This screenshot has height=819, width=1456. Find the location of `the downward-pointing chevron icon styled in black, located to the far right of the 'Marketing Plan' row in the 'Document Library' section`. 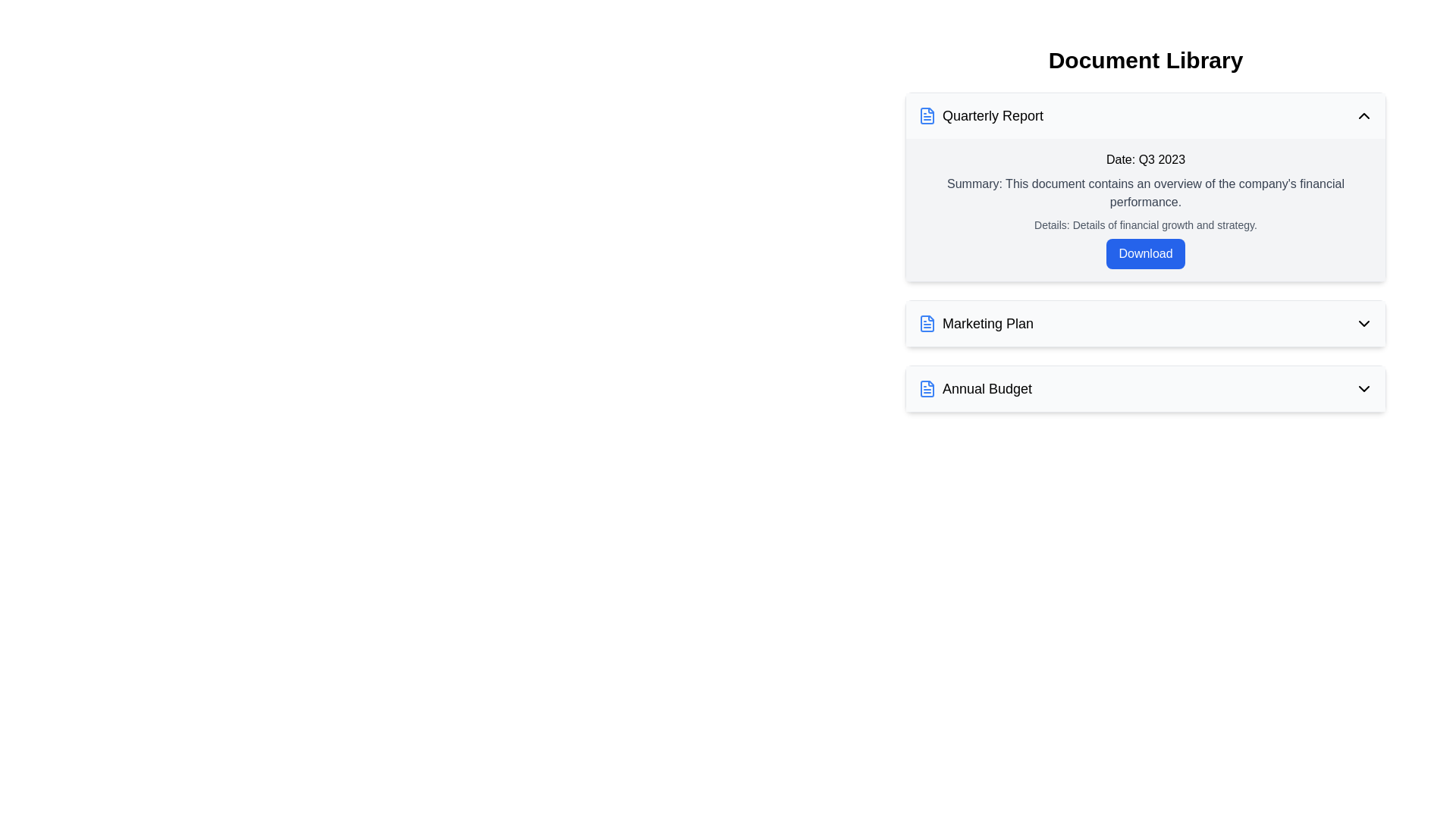

the downward-pointing chevron icon styled in black, located to the far right of the 'Marketing Plan' row in the 'Document Library' section is located at coordinates (1364, 323).